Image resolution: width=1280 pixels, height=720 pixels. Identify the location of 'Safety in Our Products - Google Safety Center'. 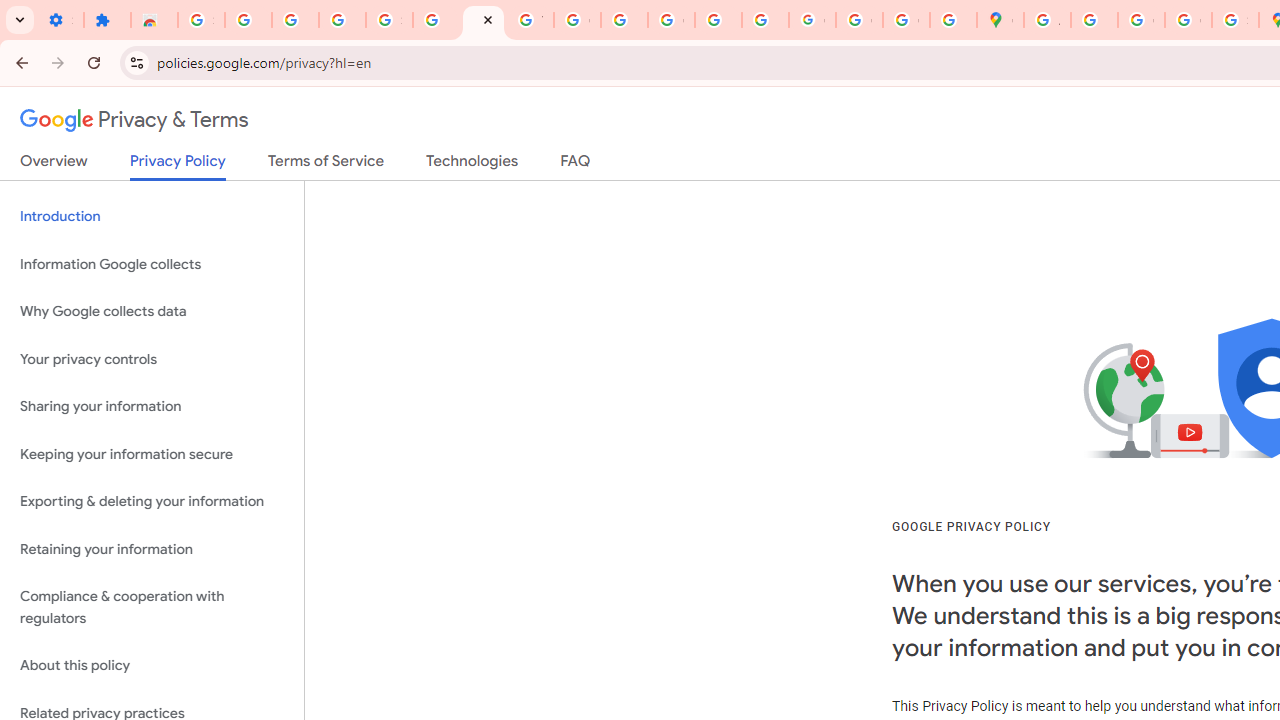
(1234, 20).